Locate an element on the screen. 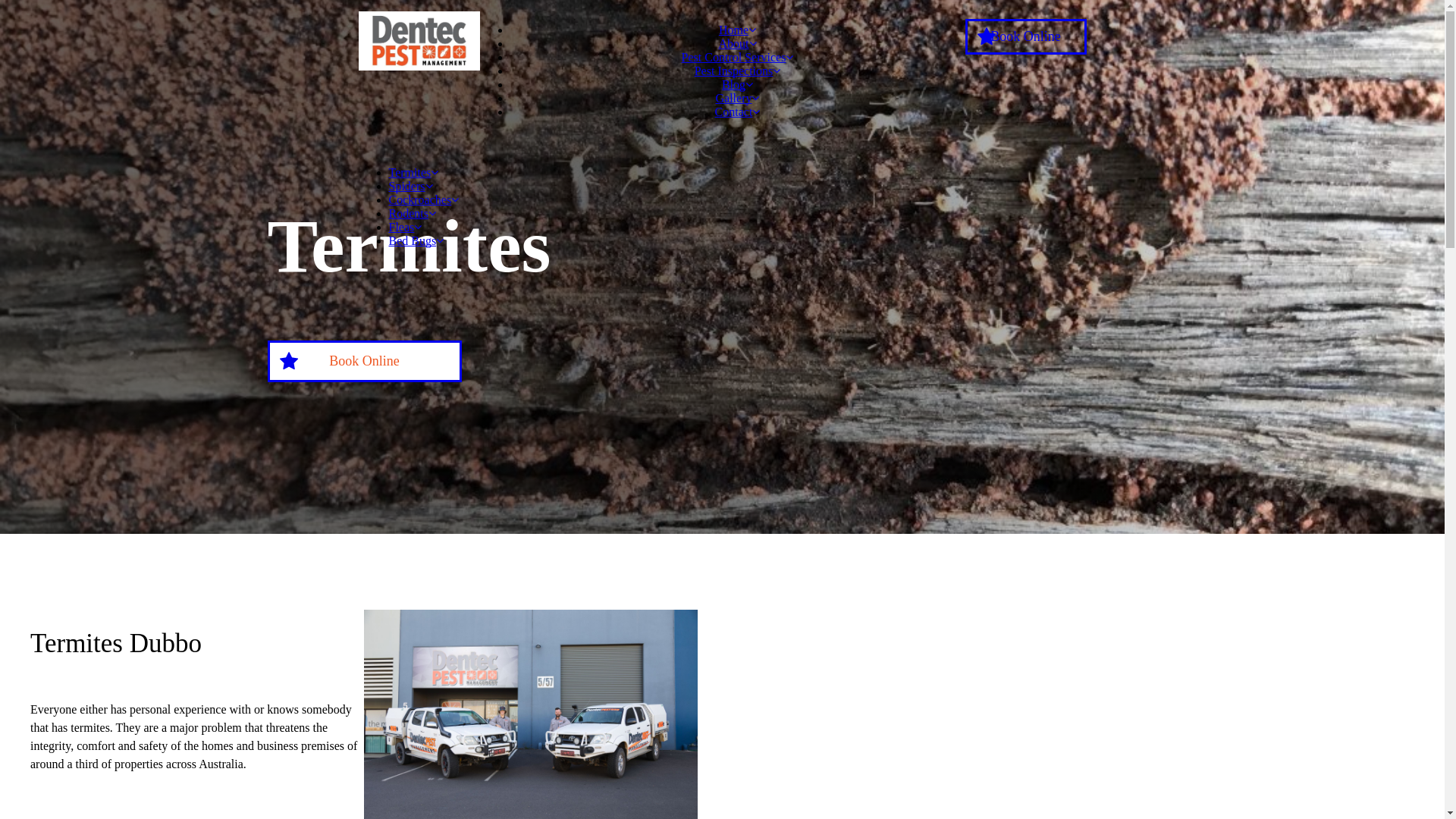  'Termites' is located at coordinates (413, 171).